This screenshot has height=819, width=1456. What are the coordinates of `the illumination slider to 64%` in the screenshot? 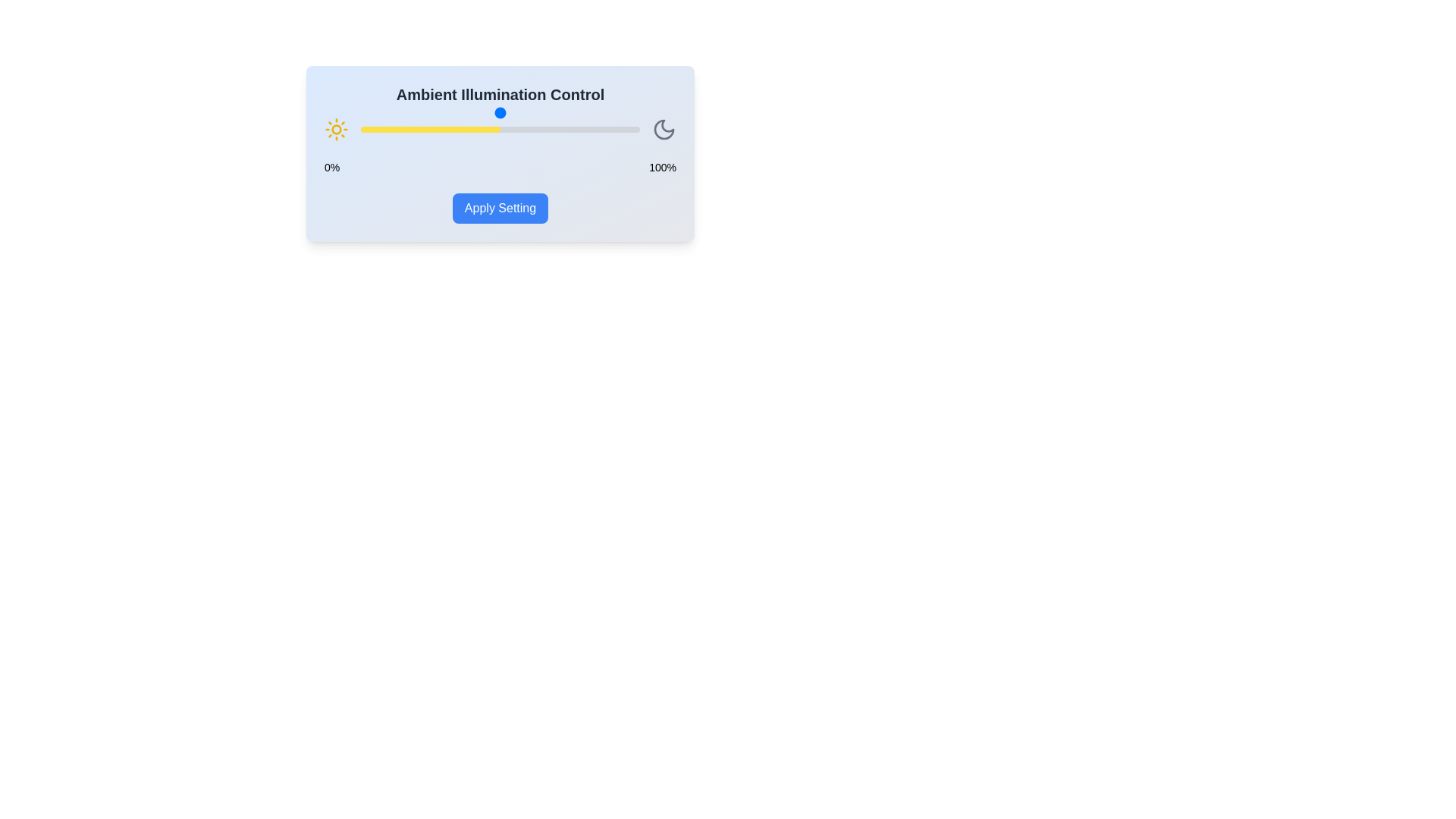 It's located at (539, 128).